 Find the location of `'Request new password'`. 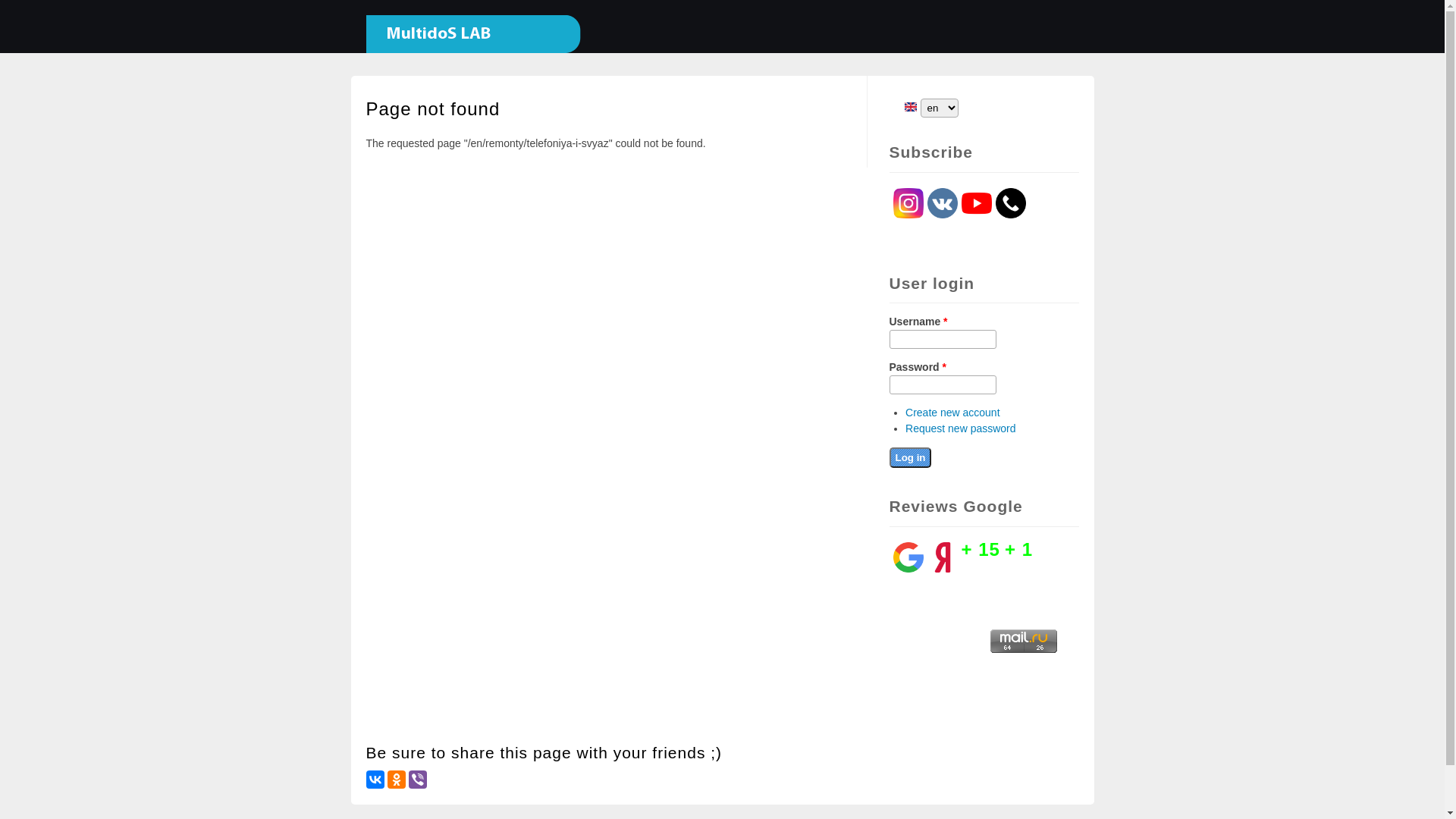

'Request new password' is located at coordinates (960, 428).